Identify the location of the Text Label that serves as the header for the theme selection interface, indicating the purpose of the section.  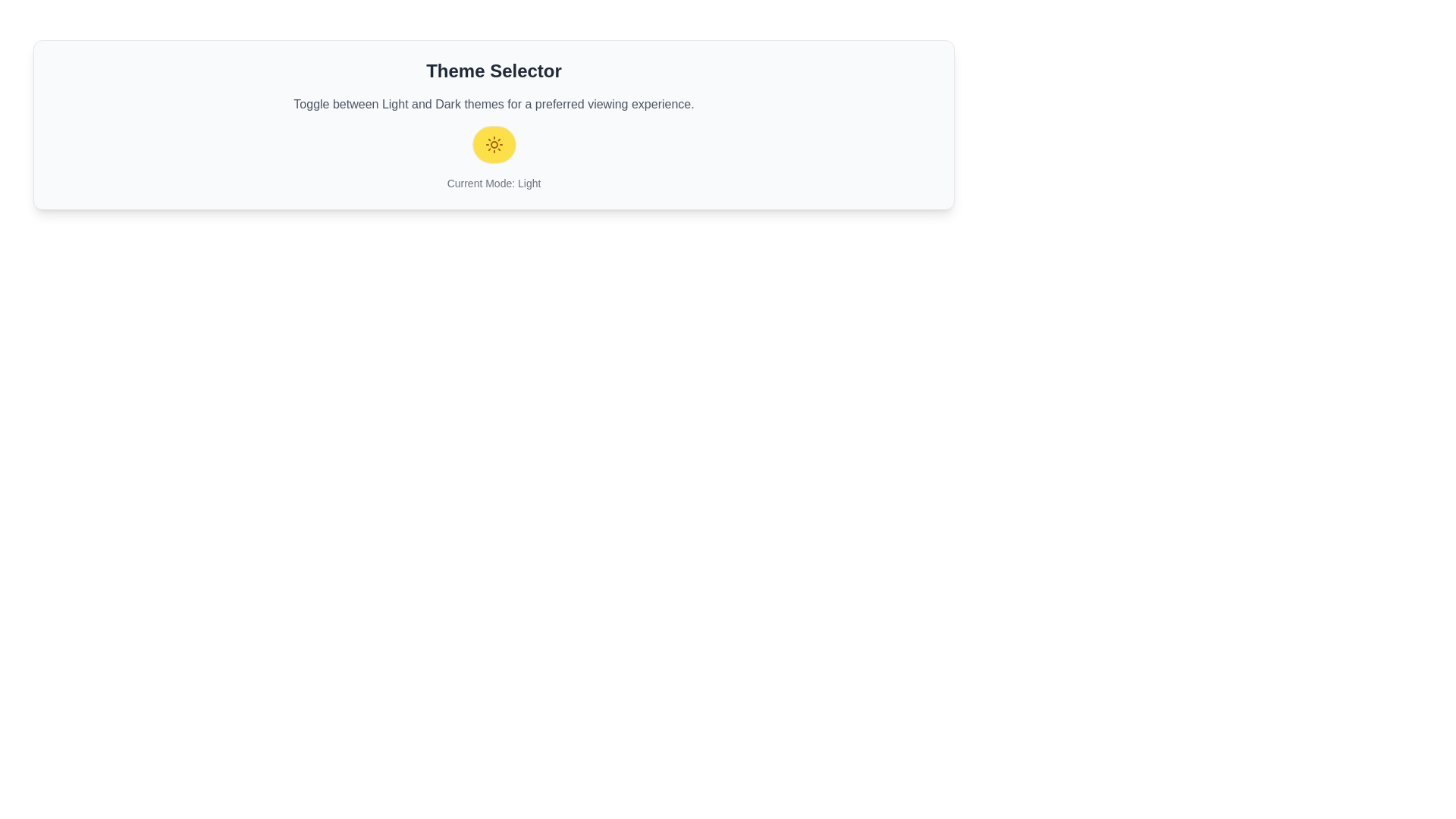
(494, 71).